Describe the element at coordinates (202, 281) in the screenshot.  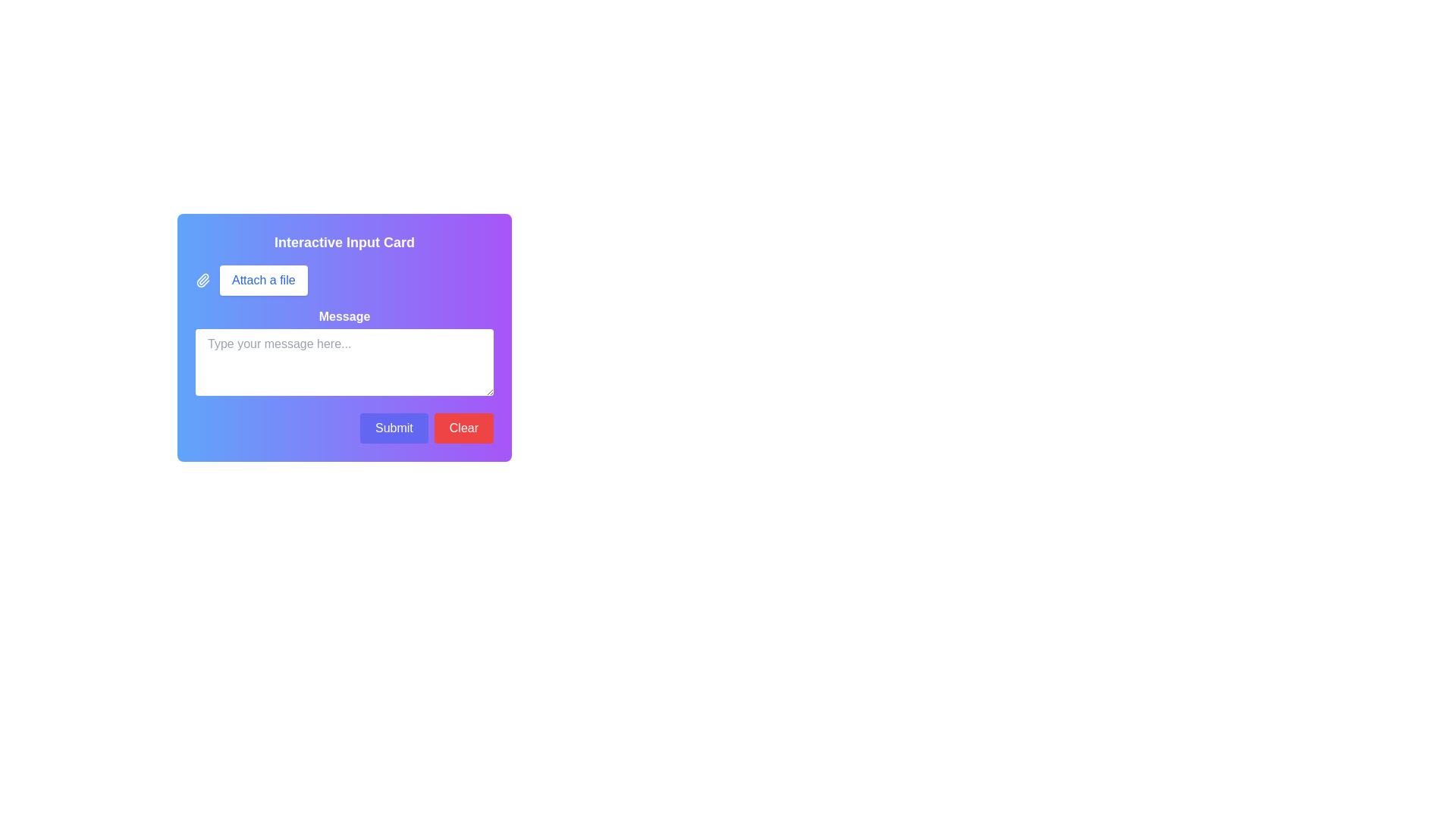
I see `the paperclip icon, which is designed as a simple line-art style drawing and is positioned to the left of the 'Attach a file' button` at that location.